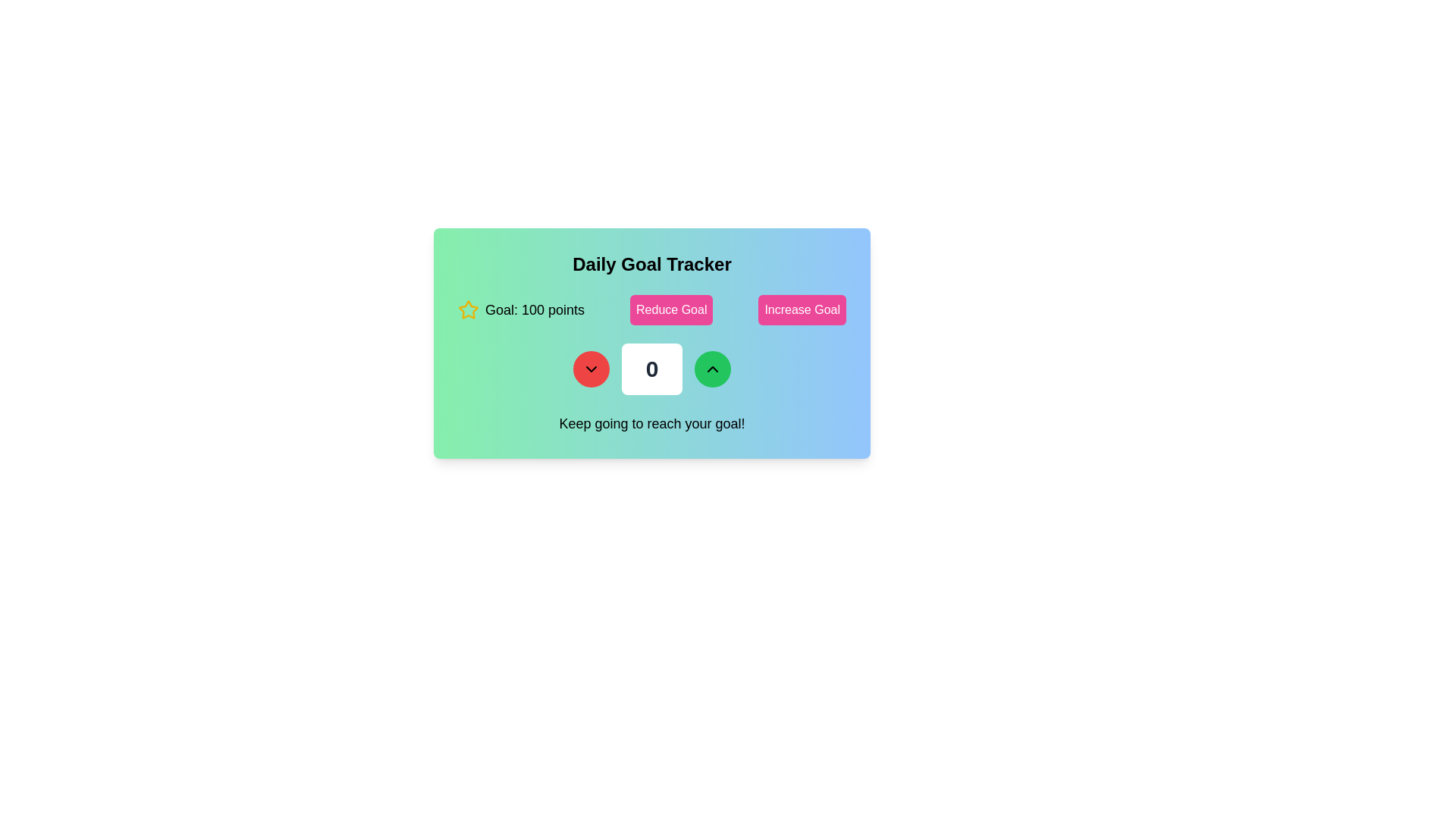 This screenshot has width=1456, height=819. I want to click on the motivational feedback text label located within the 'Daily Goal Tracker' section, positioned below the numeric progress indicator and button controls, so click(651, 424).